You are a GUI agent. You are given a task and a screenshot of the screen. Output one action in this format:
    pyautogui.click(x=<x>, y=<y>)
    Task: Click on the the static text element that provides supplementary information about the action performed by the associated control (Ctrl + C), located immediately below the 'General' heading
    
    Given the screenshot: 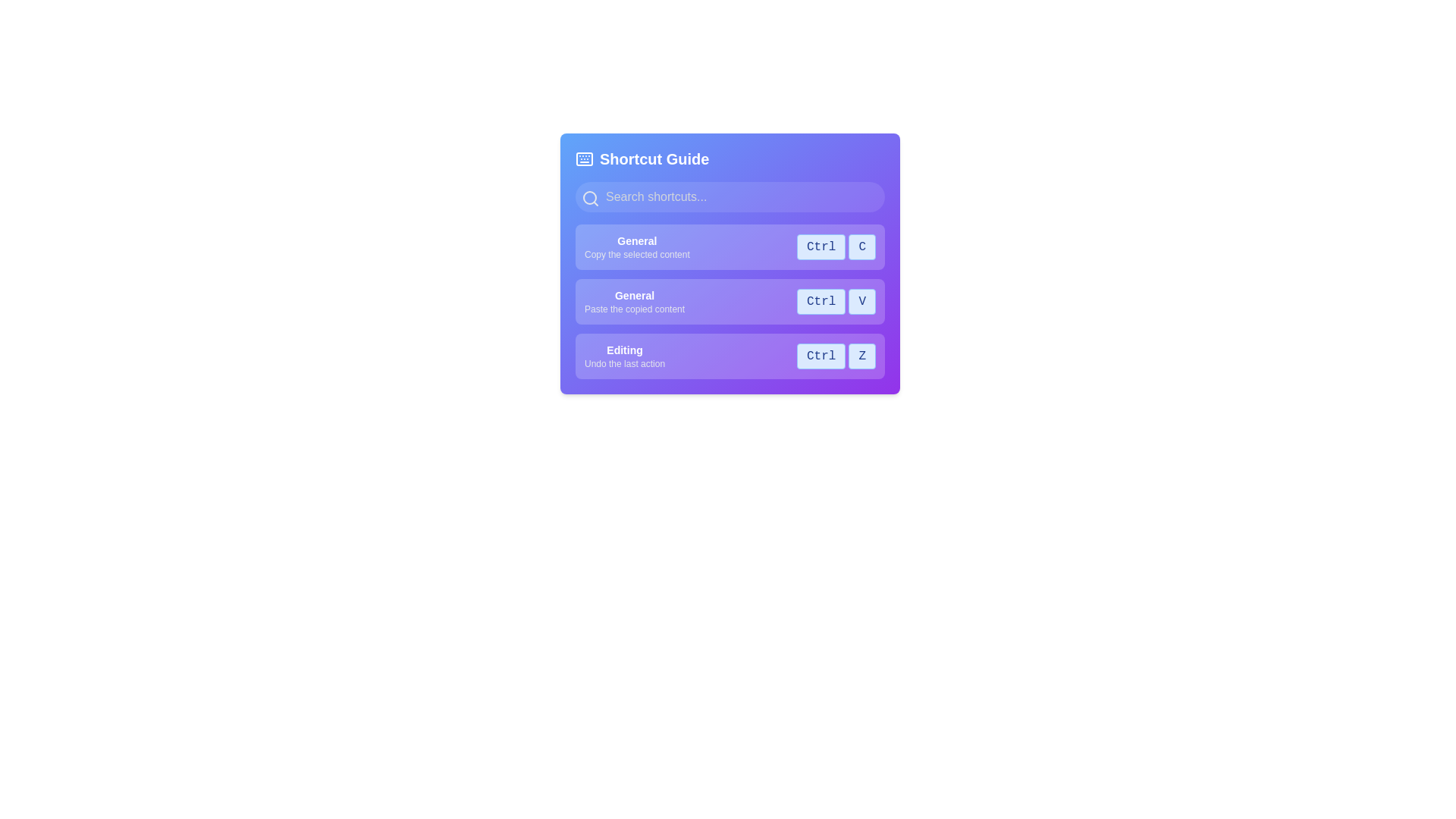 What is the action you would take?
    pyautogui.click(x=637, y=253)
    